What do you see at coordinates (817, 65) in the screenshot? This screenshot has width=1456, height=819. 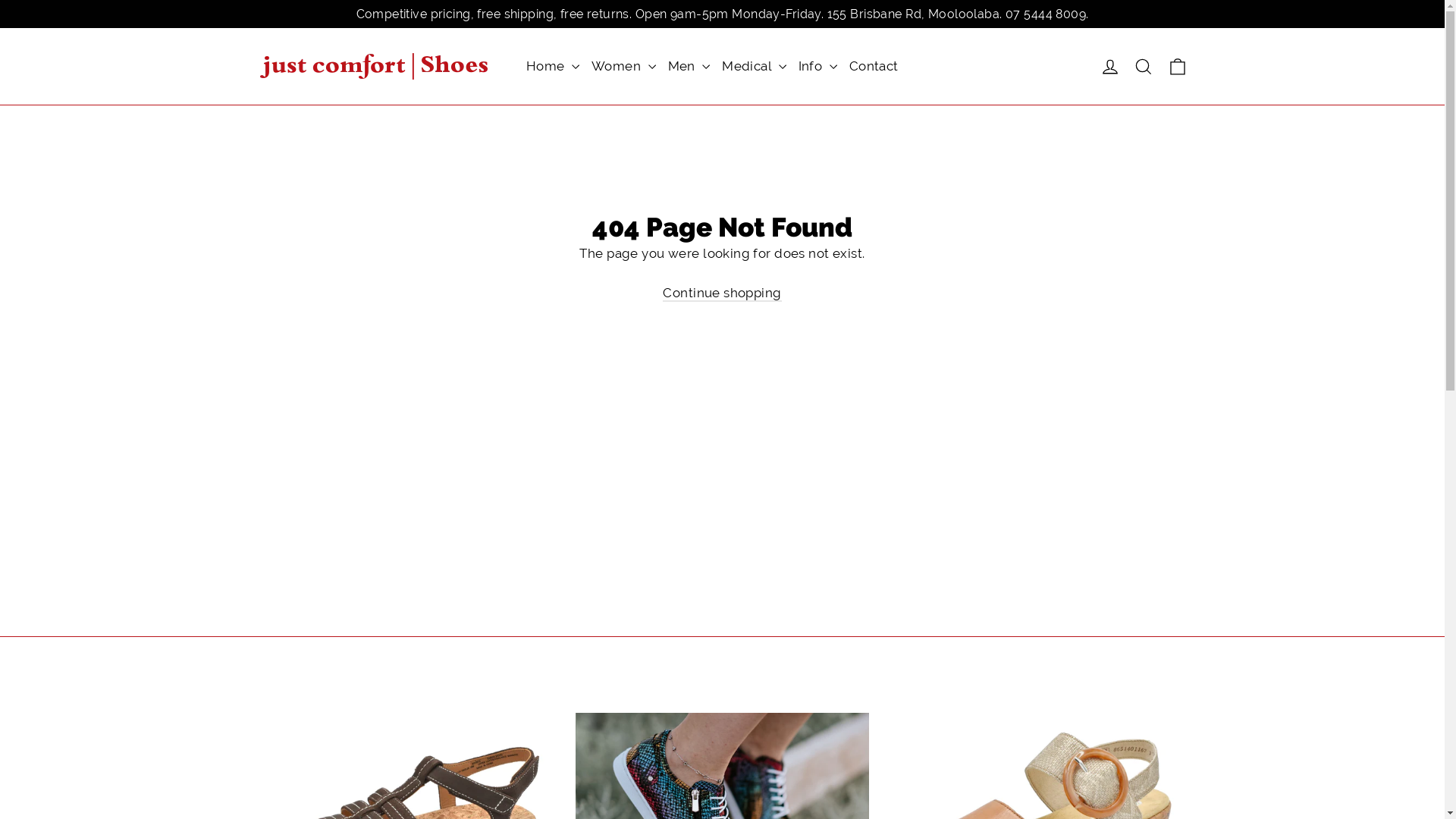 I see `'Info'` at bounding box center [817, 65].